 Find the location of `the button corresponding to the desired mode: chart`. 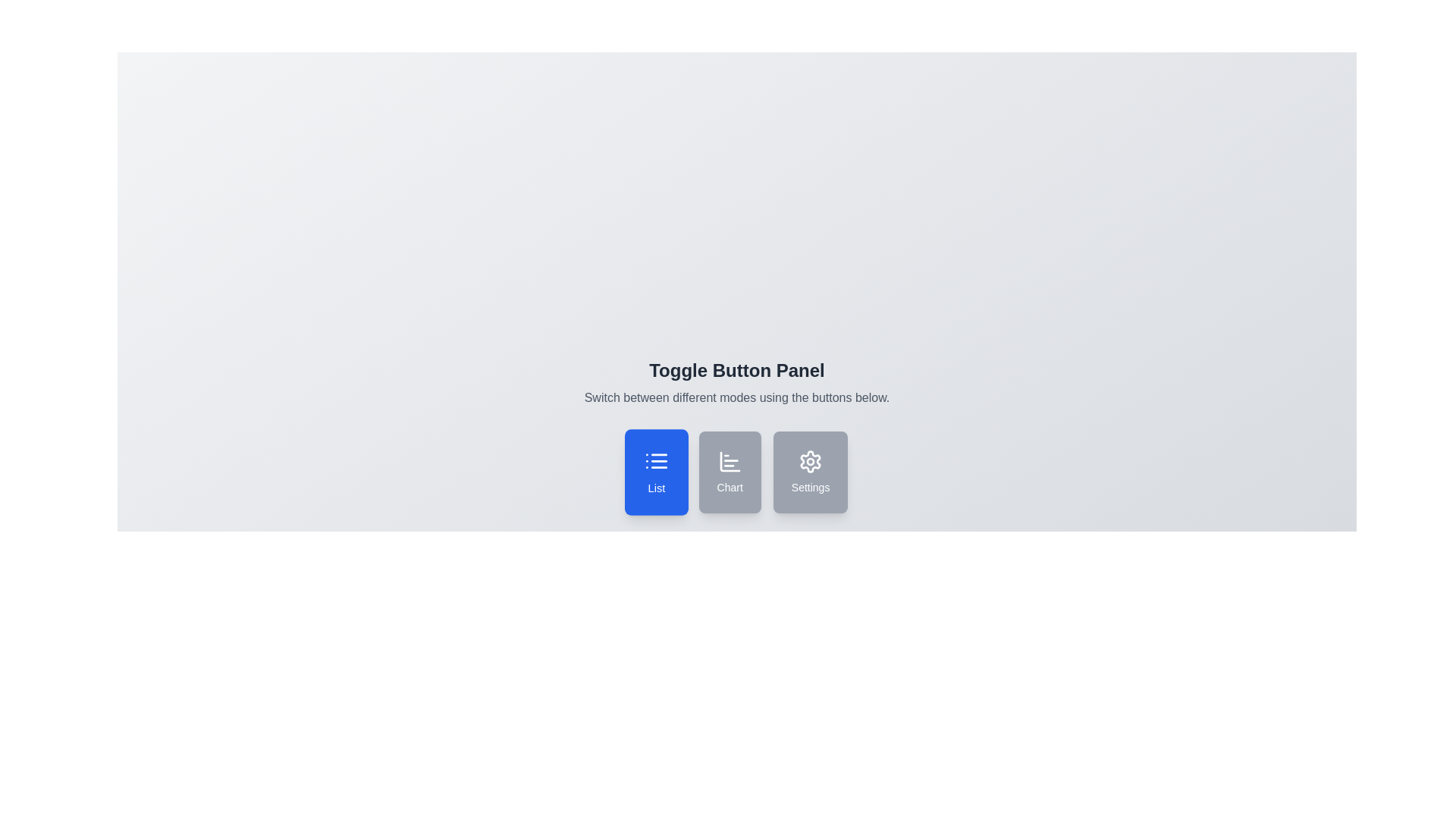

the button corresponding to the desired mode: chart is located at coordinates (730, 472).